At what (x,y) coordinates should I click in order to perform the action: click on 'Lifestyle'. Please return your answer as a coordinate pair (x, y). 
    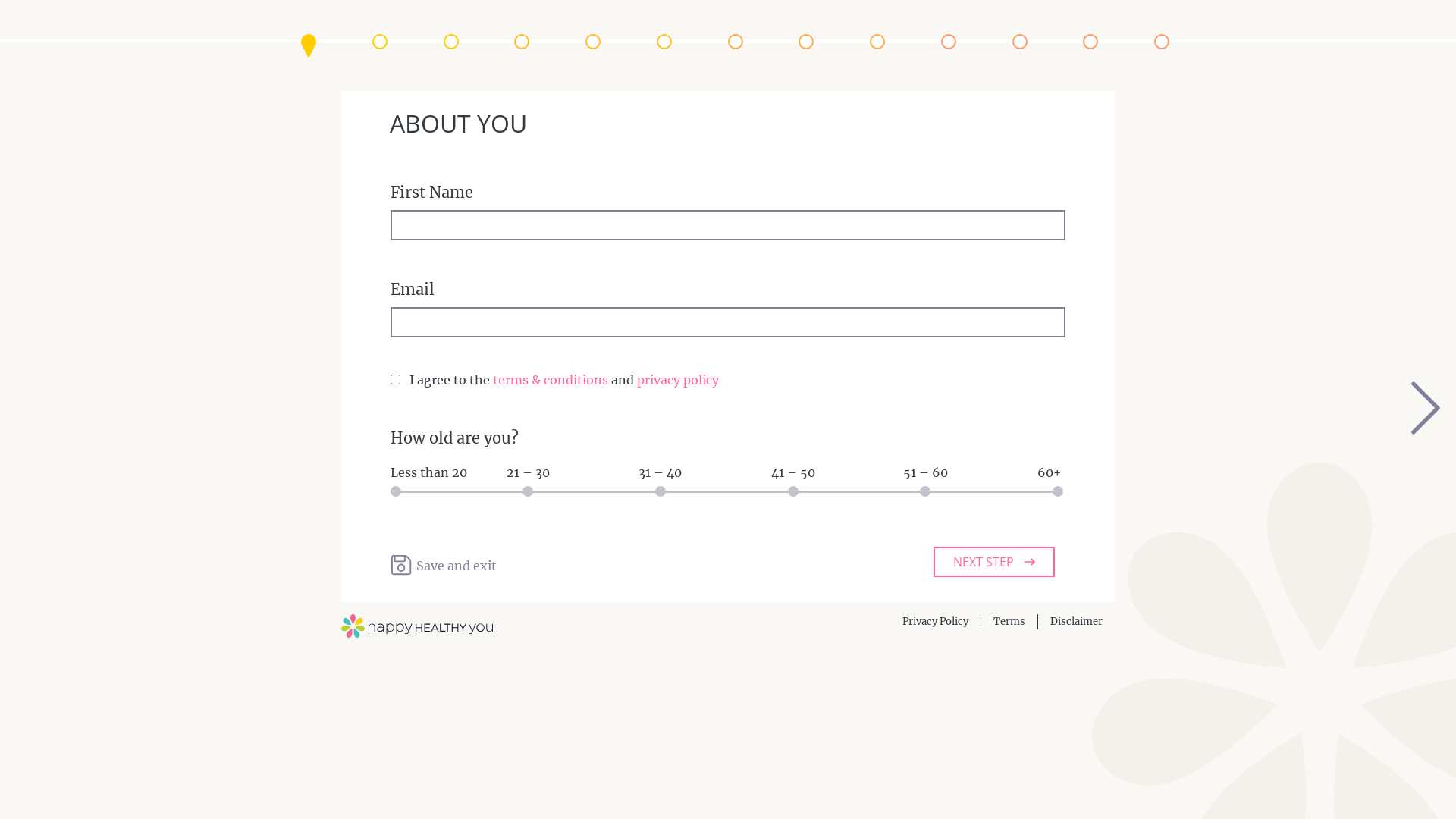
    Looking at the image, I should click on (1019, 40).